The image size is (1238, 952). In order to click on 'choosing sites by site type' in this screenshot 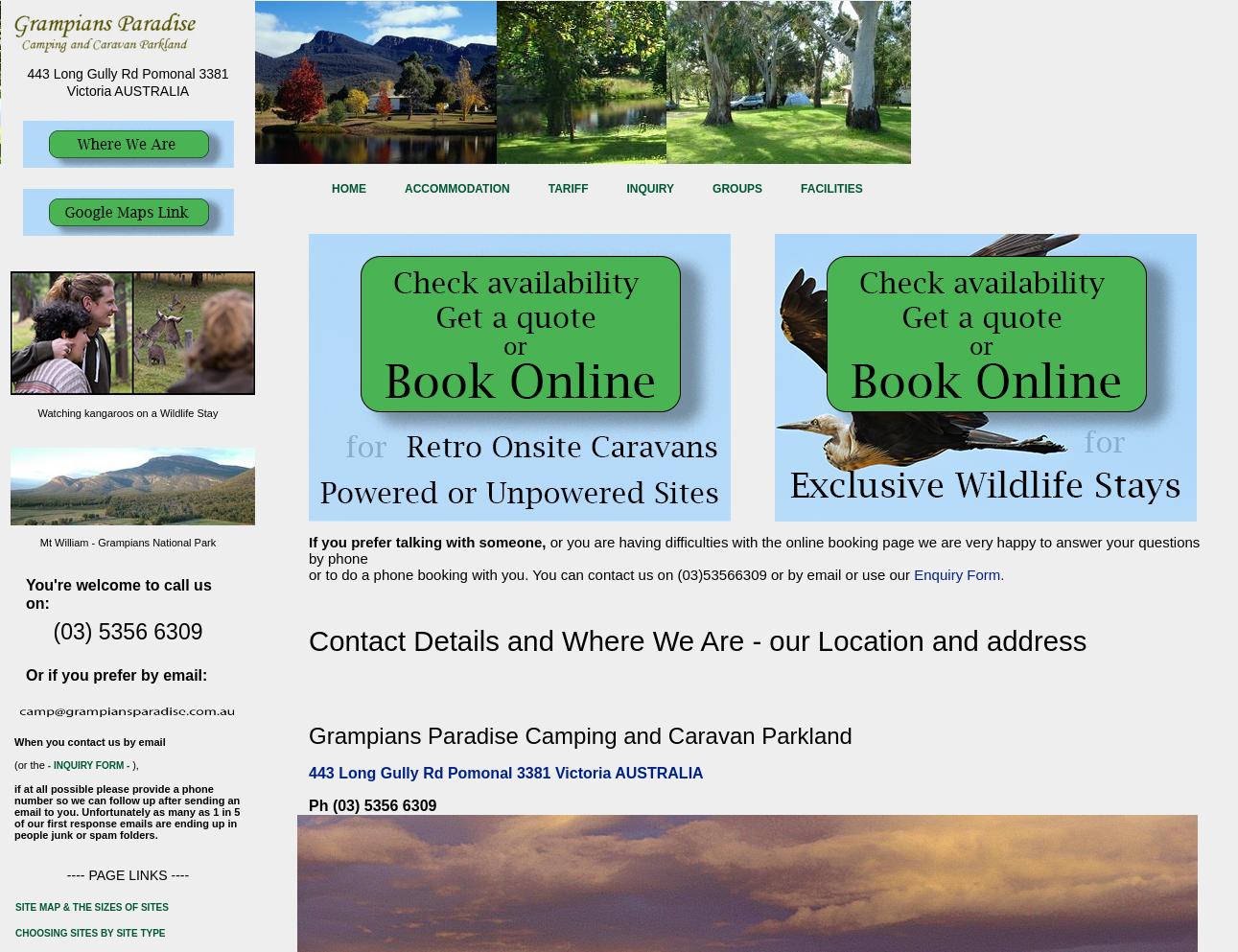, I will do `click(88, 933)`.